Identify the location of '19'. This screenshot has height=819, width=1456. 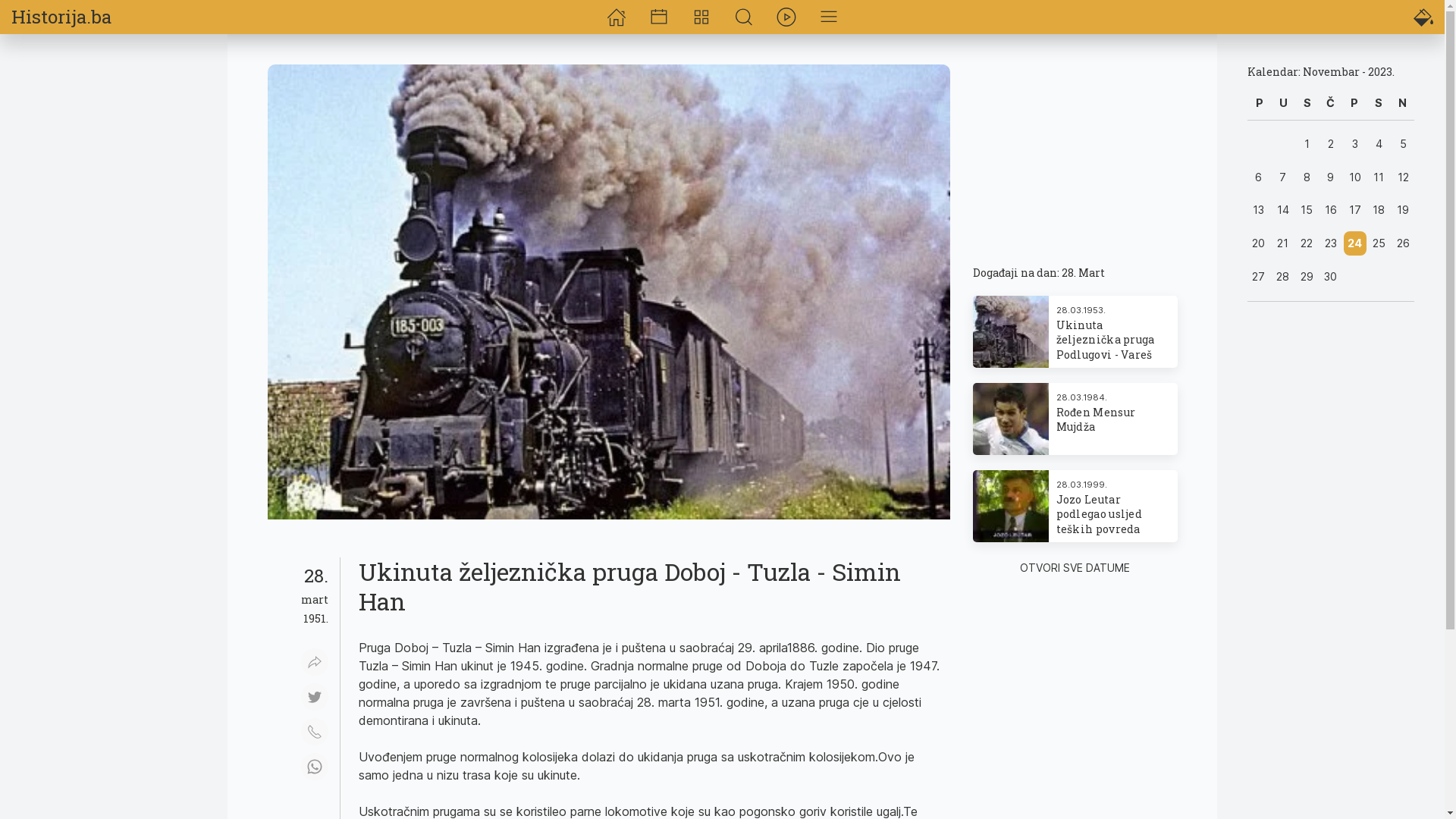
(1401, 210).